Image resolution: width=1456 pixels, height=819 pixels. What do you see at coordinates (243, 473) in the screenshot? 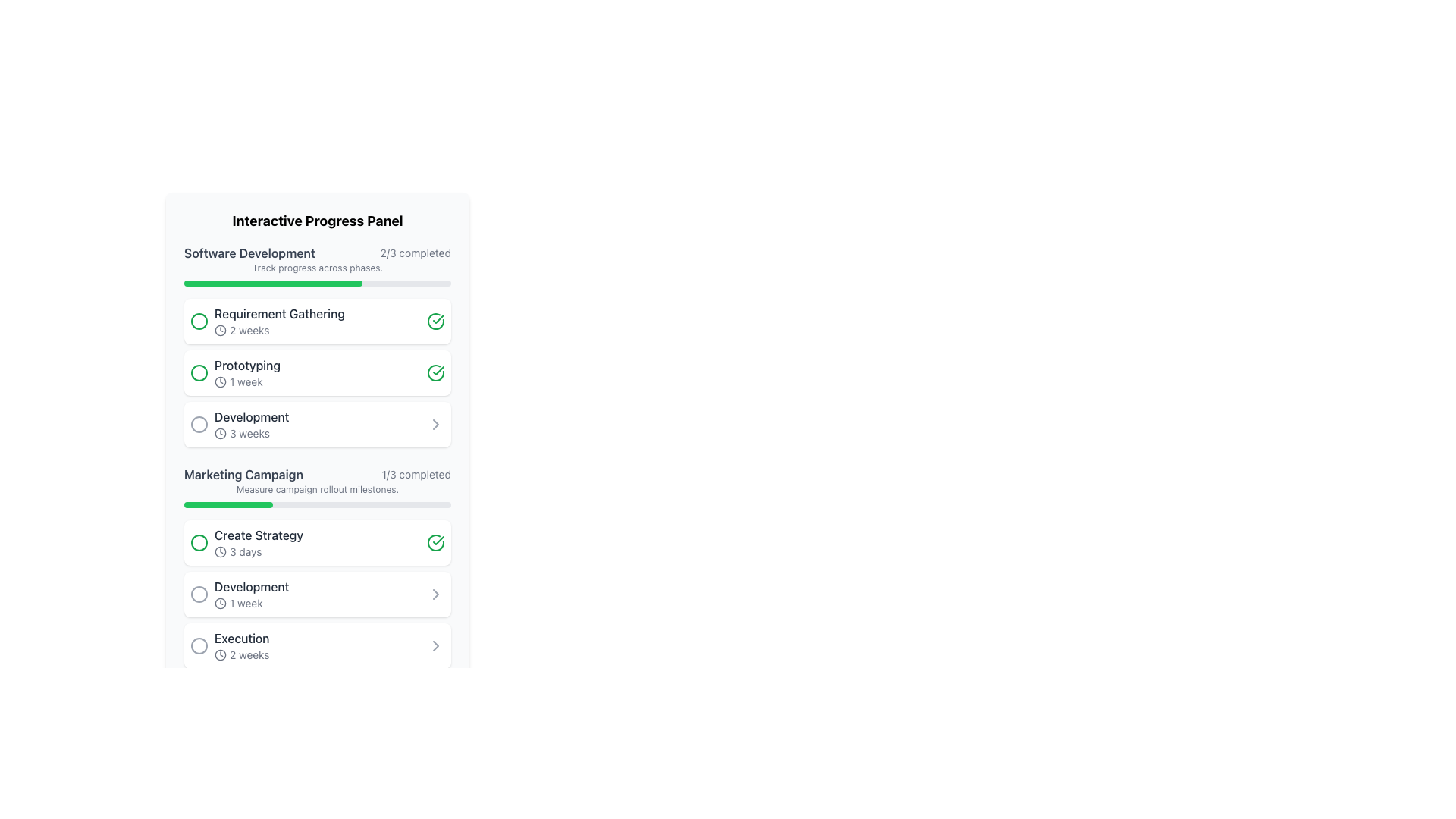
I see `the static text label that serves as a header for the associated task or section, which is aligned to the left of its sibling displaying progress information` at bounding box center [243, 473].